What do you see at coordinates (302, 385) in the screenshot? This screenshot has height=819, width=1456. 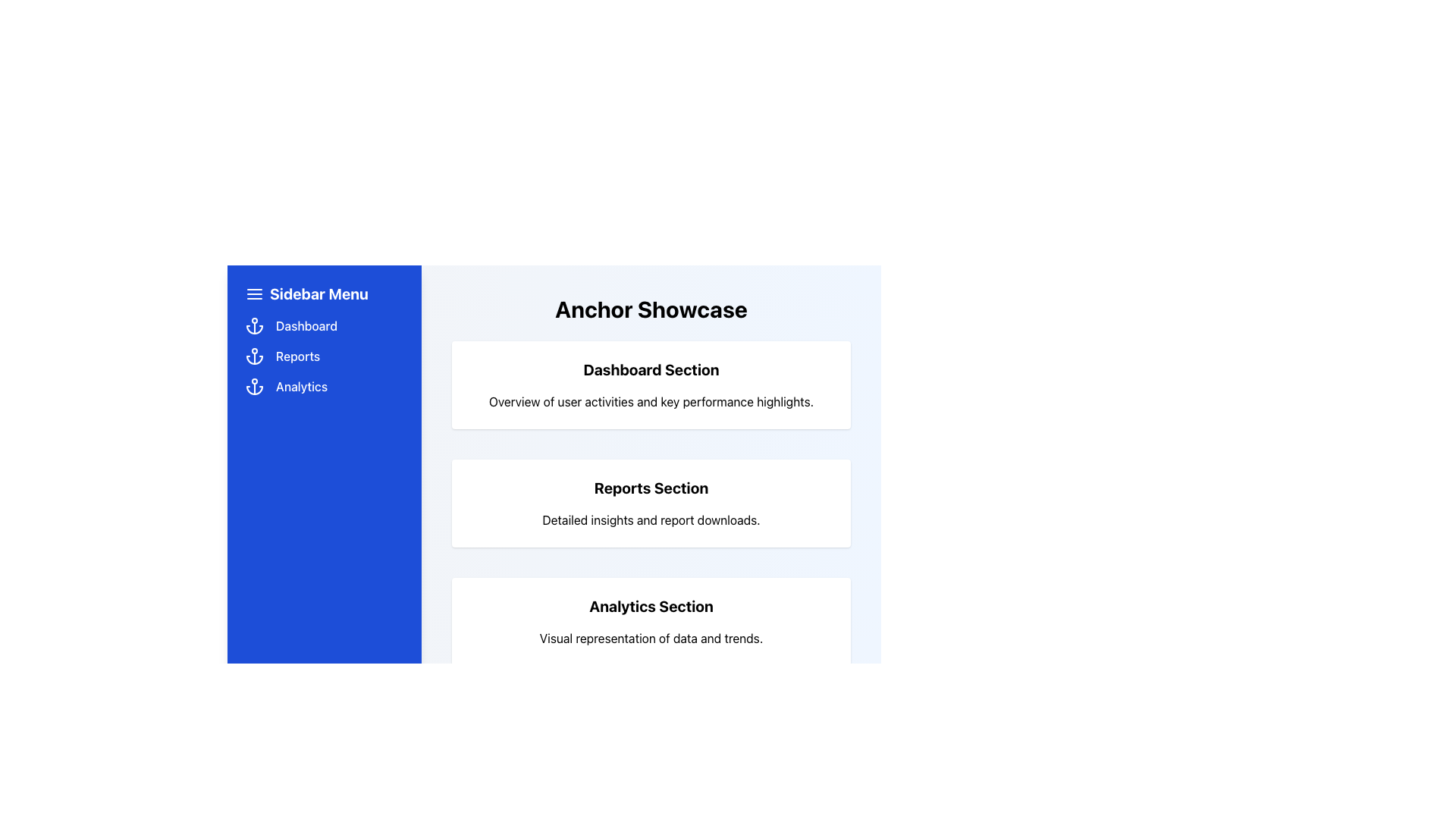 I see `the 'Analytics' clickable text link in the sidebar menu to trigger the underline effect` at bounding box center [302, 385].